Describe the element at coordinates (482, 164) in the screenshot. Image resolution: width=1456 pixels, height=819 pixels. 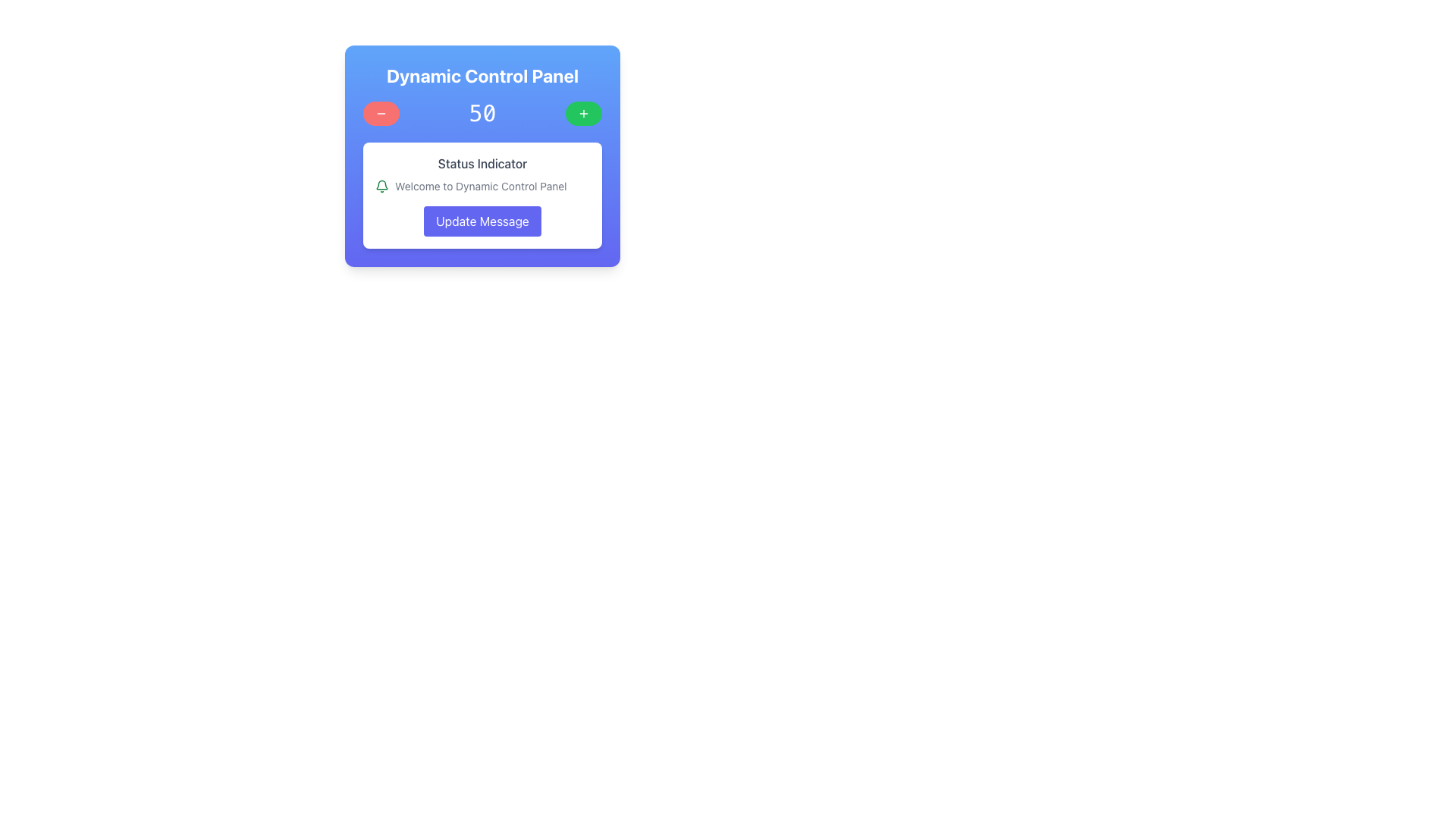
I see `the 'Status Indicator' text label, which is styled in gray color and located at the top of a white rounded card within the control panel layout` at that location.